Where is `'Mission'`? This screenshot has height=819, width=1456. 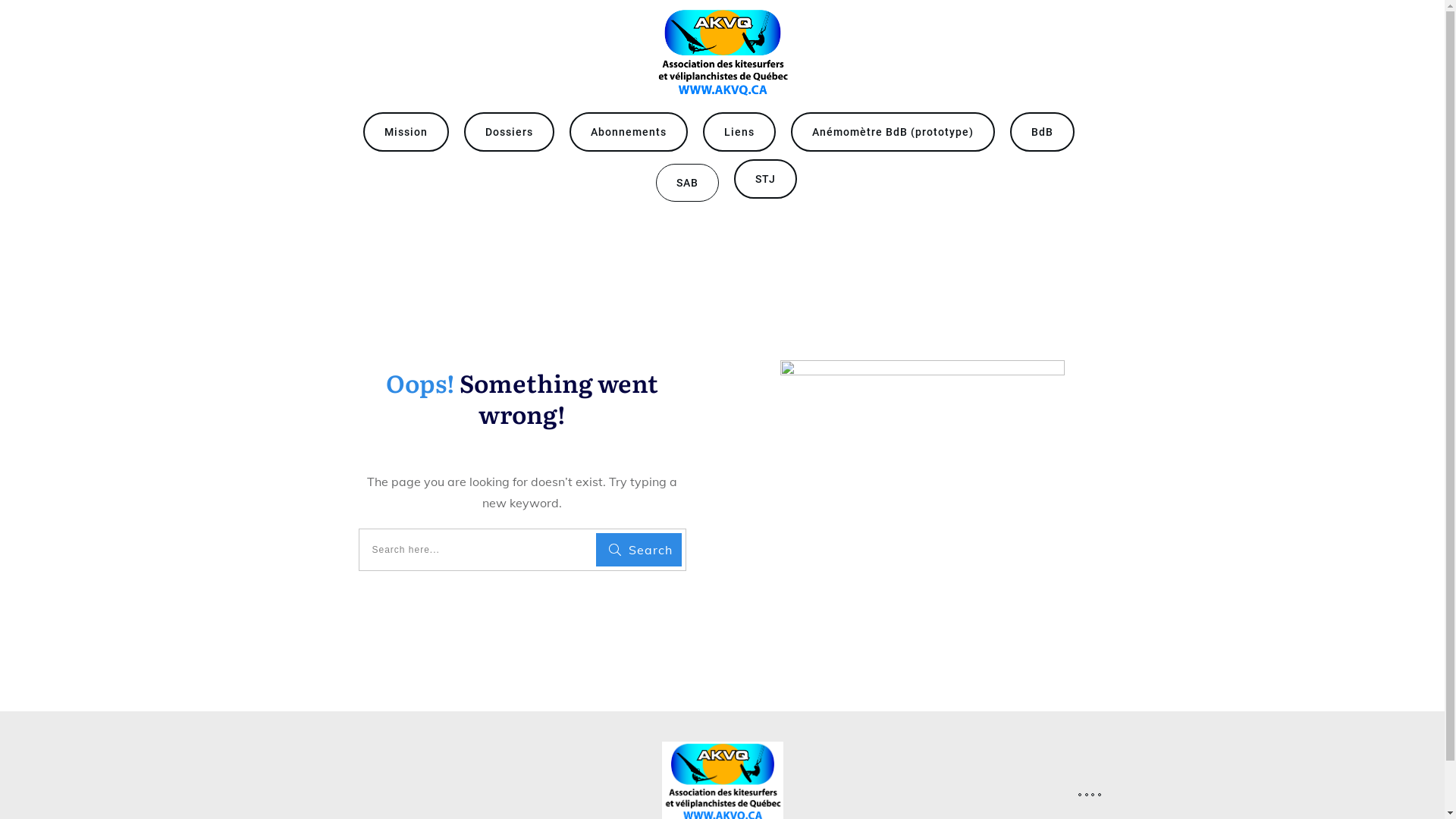 'Mission' is located at coordinates (405, 130).